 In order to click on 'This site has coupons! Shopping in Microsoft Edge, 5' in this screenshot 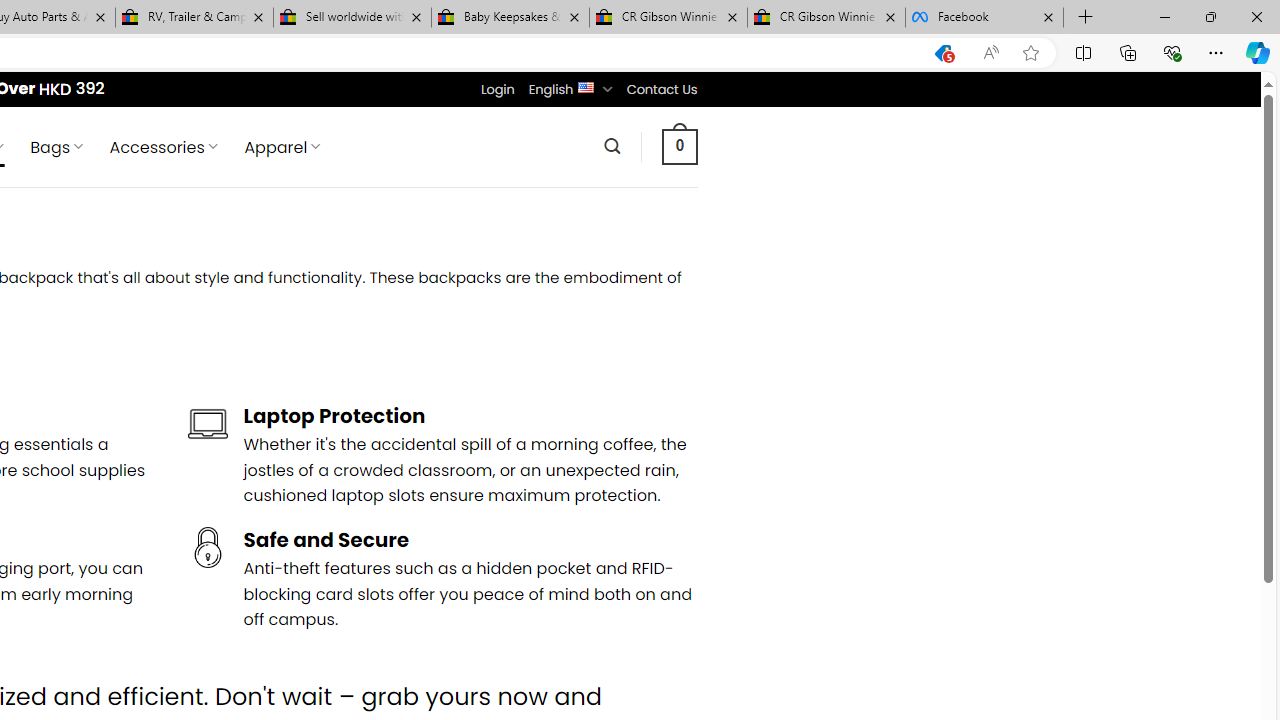, I will do `click(942, 52)`.